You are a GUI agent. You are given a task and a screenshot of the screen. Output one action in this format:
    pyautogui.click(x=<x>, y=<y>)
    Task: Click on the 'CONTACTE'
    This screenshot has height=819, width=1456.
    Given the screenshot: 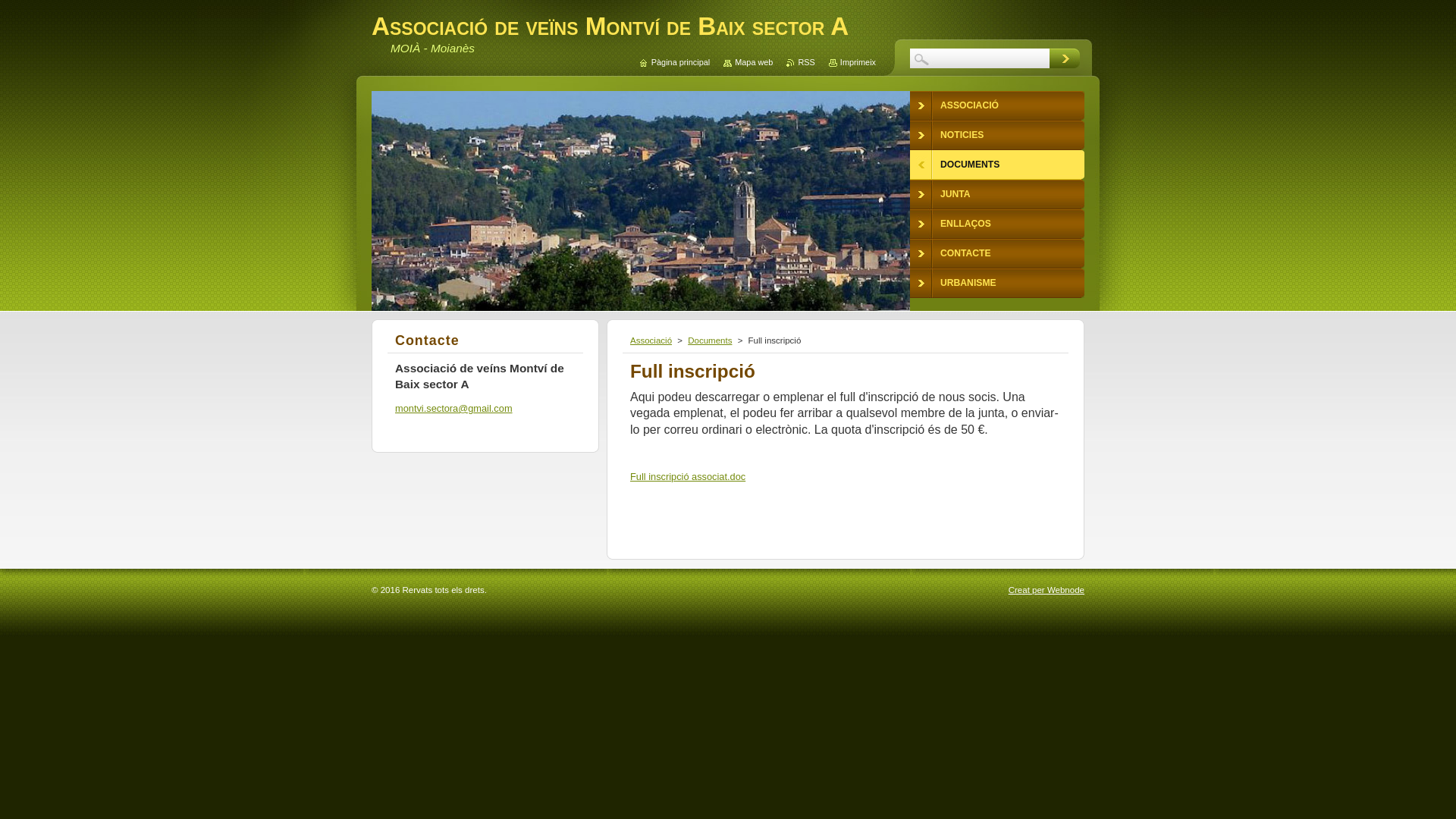 What is the action you would take?
    pyautogui.click(x=997, y=253)
    